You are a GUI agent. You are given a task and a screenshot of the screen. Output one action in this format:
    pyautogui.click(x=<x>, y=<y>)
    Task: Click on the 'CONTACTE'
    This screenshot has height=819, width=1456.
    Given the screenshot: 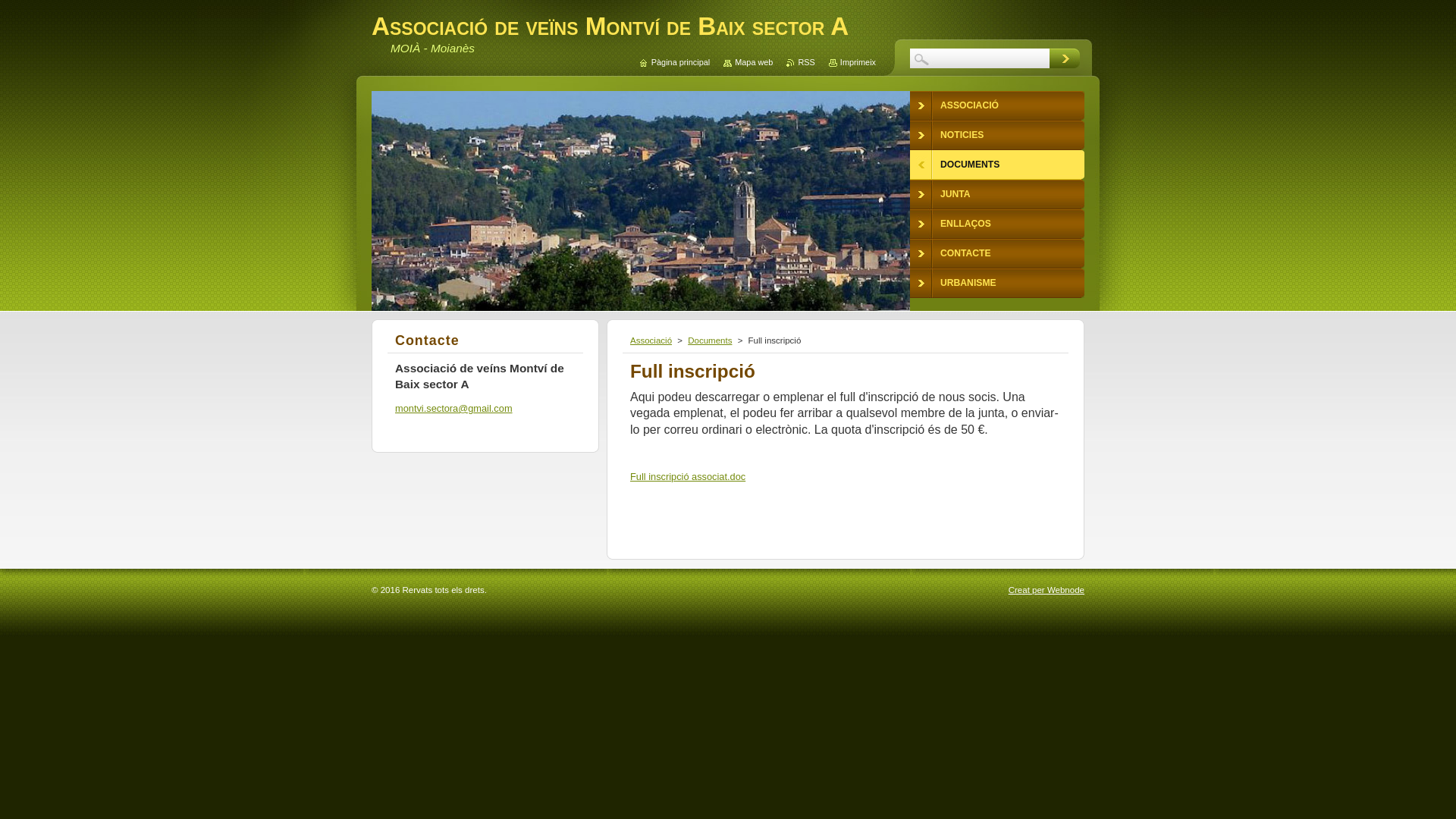 What is the action you would take?
    pyautogui.click(x=997, y=253)
    